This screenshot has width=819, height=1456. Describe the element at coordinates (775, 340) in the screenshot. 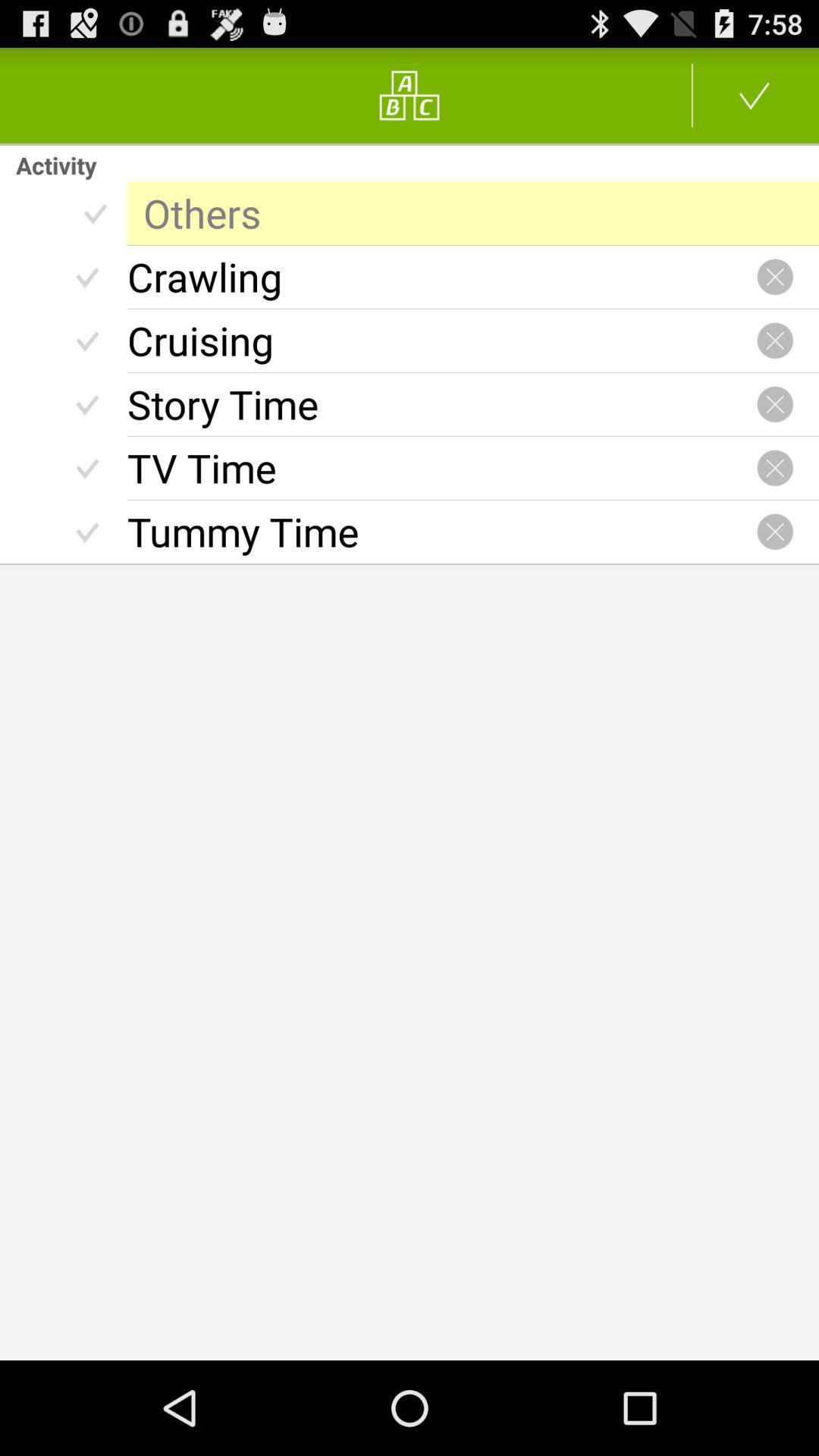

I see `canceling particular activity` at that location.